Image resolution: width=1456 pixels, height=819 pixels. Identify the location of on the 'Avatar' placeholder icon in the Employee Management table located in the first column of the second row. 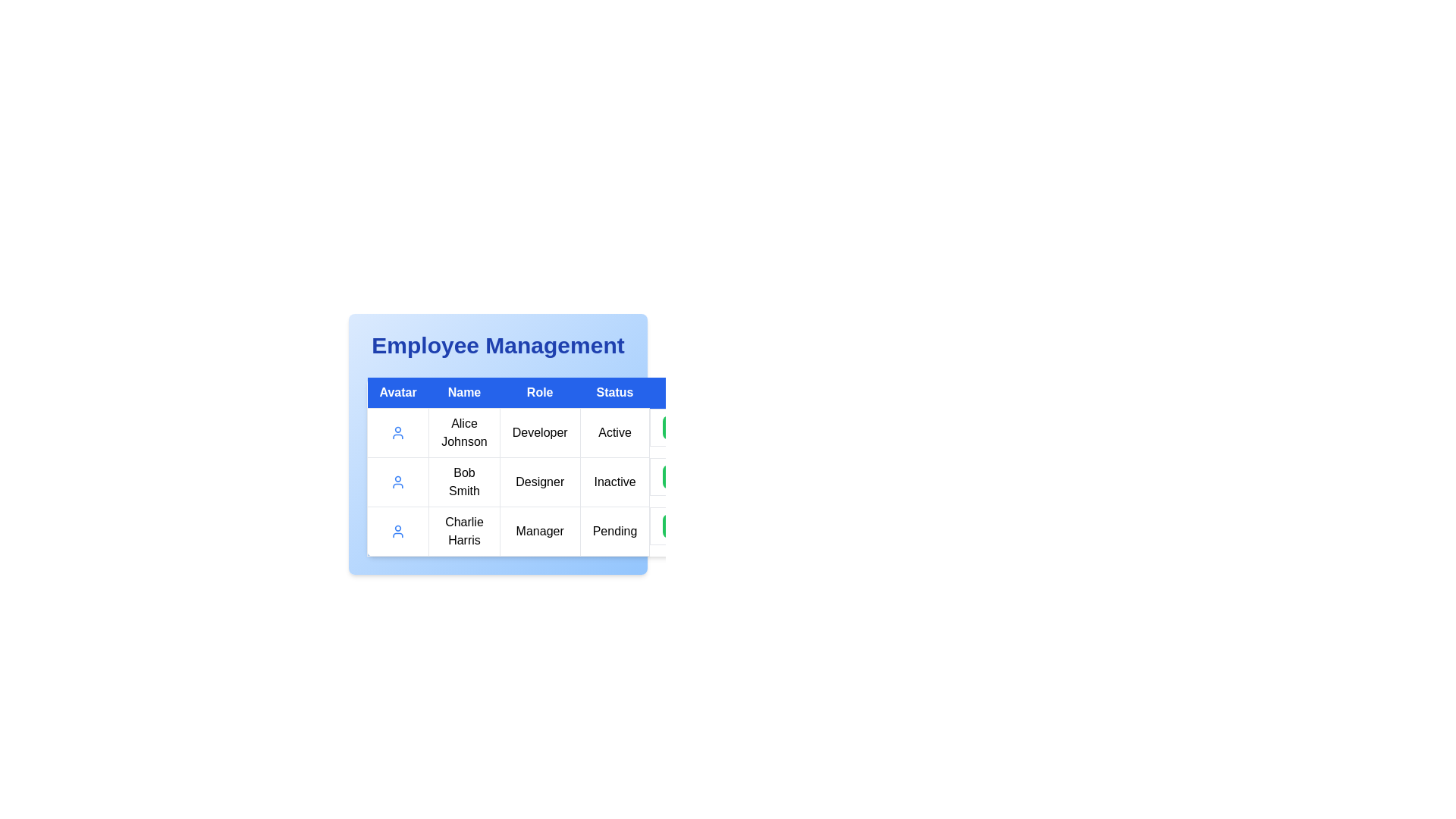
(398, 482).